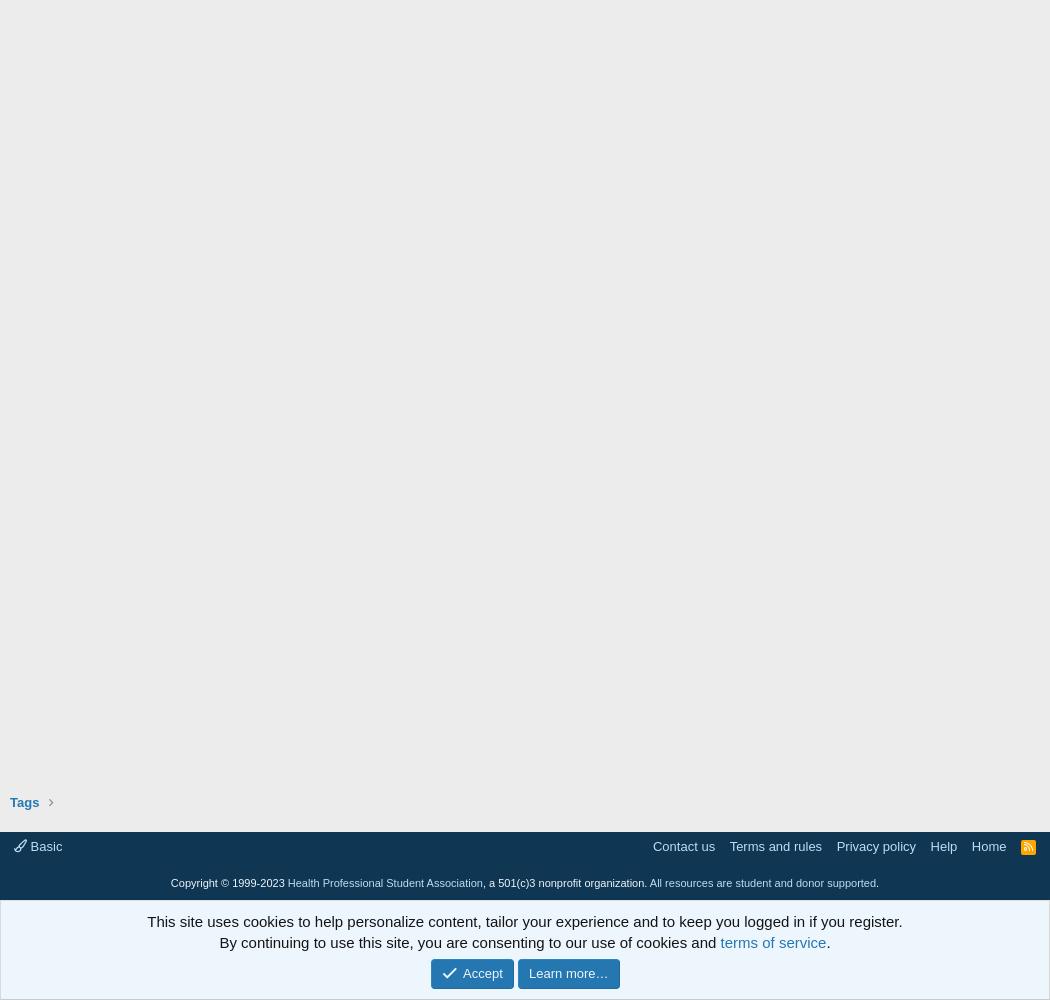  Describe the element at coordinates (683, 845) in the screenshot. I see `'Contact us'` at that location.